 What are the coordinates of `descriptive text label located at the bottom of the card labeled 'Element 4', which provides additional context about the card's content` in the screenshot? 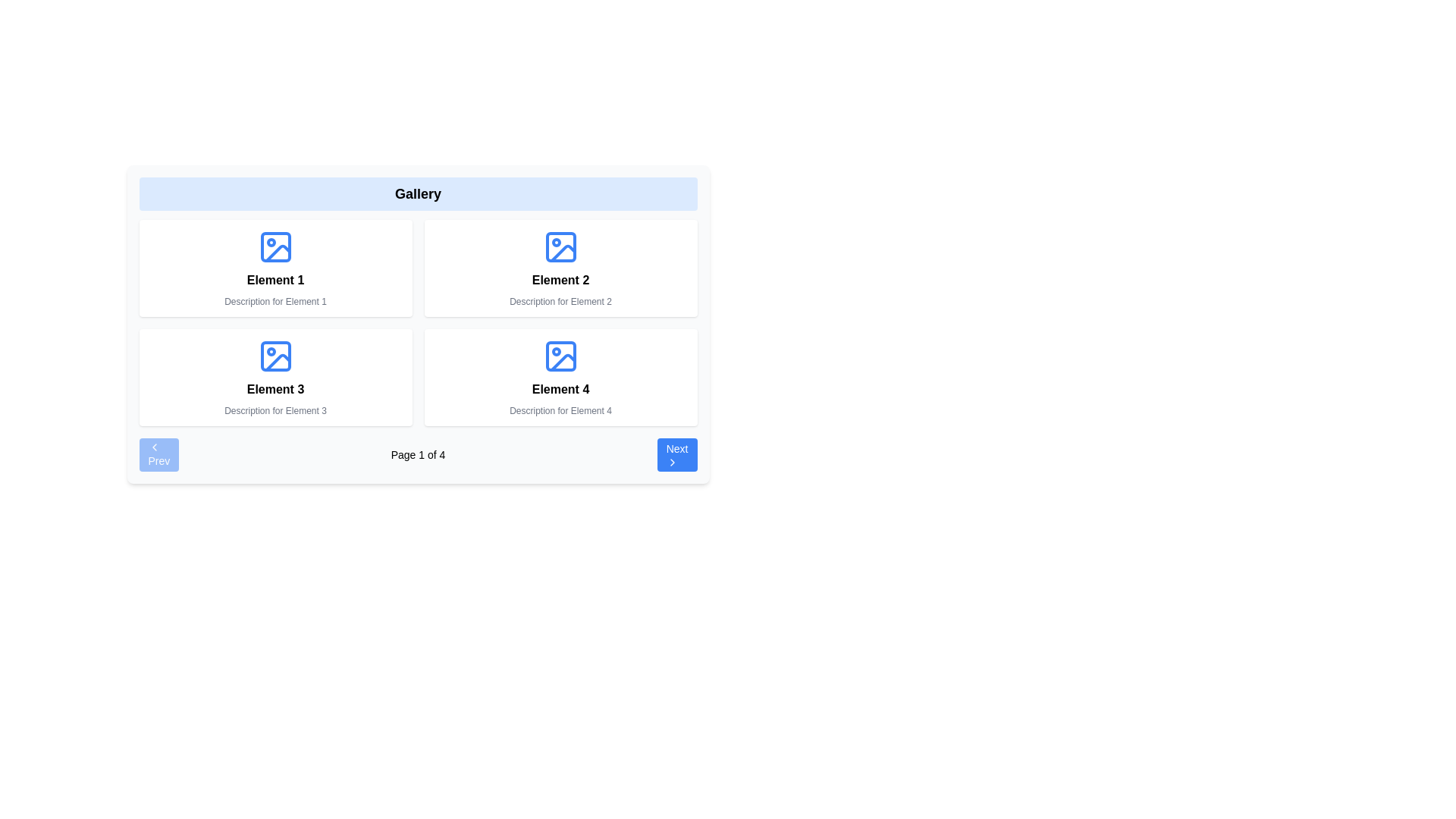 It's located at (560, 411).